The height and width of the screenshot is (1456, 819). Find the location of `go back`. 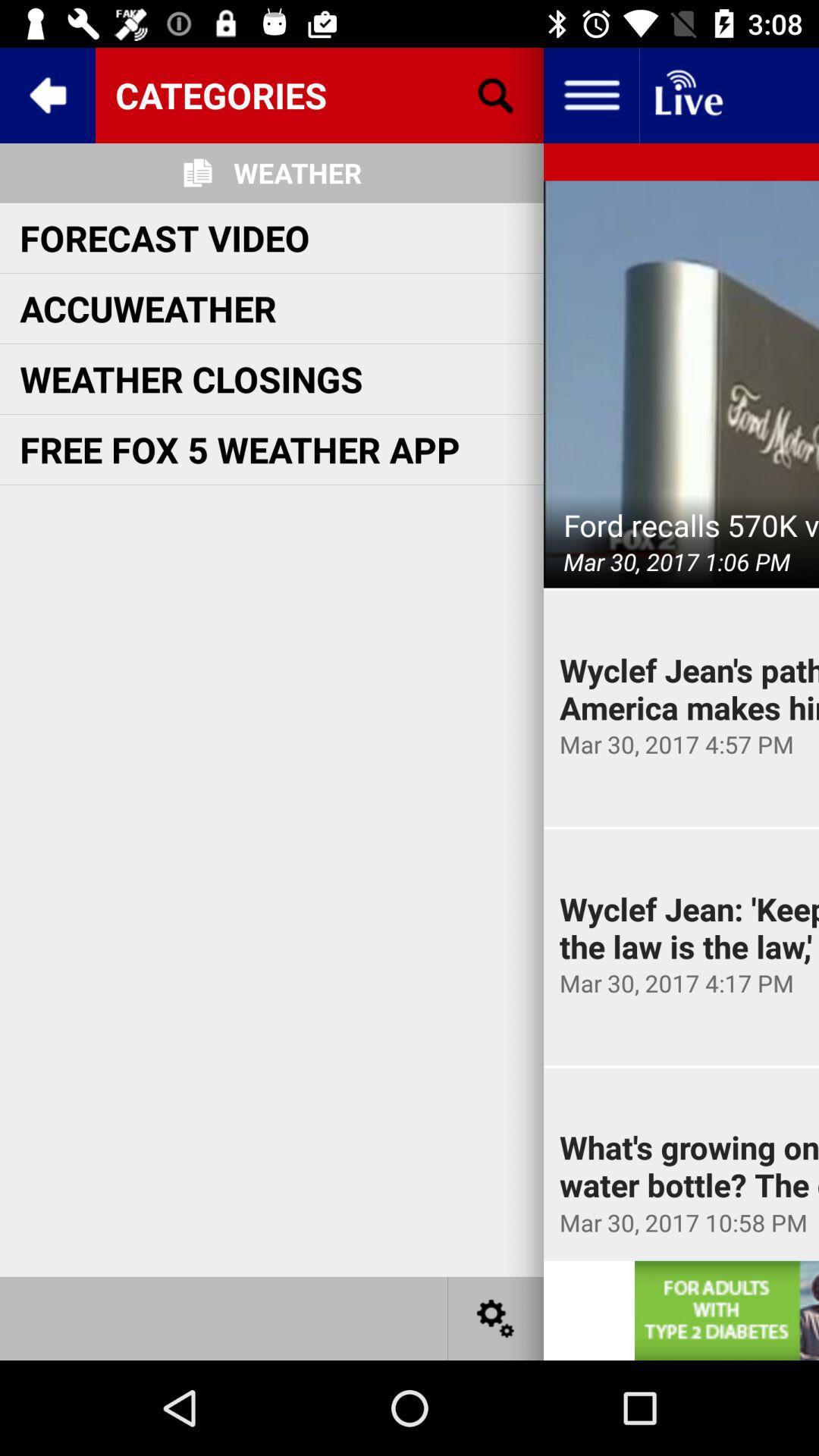

go back is located at coordinates (46, 94).